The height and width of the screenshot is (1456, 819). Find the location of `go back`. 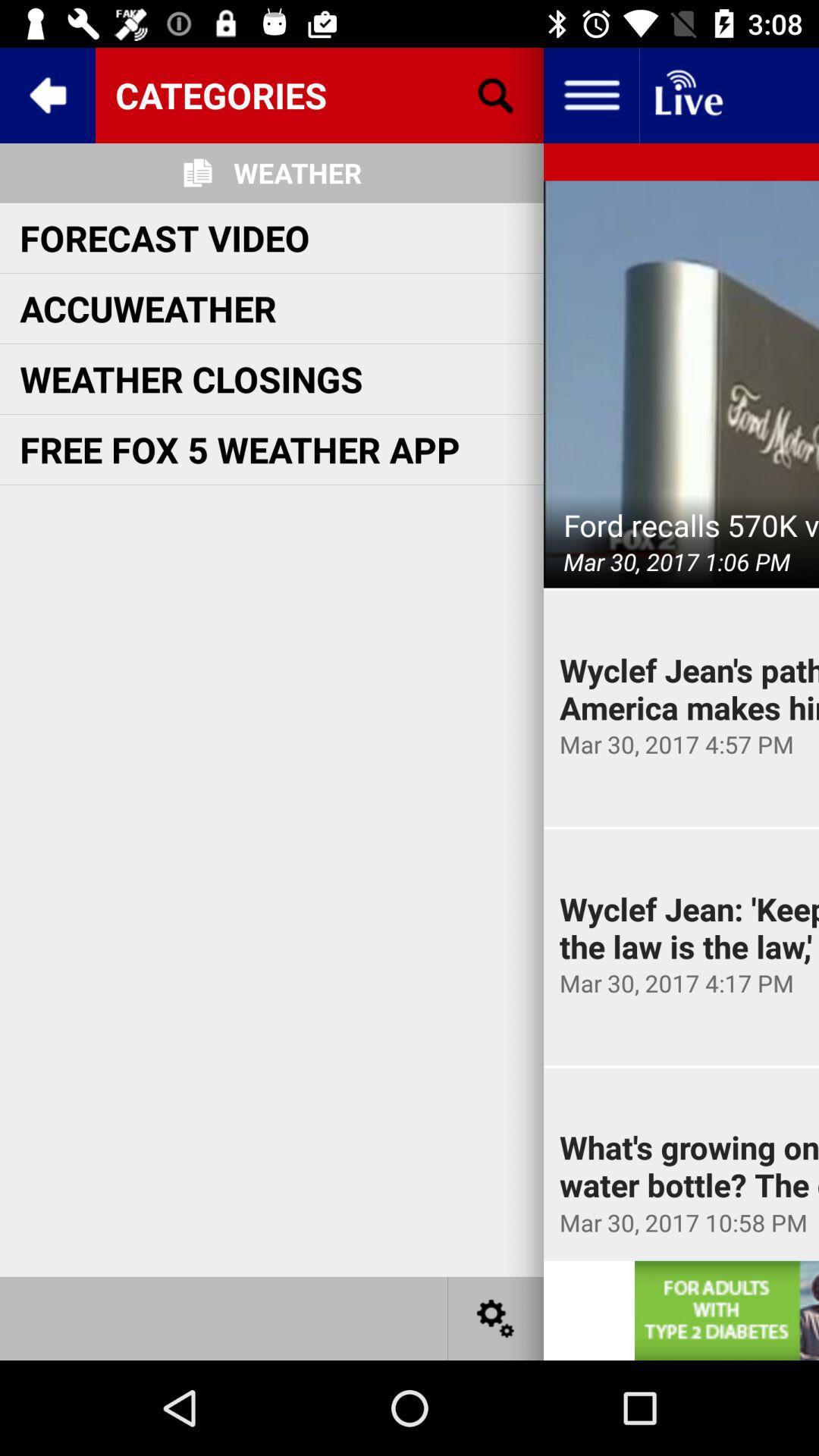

go back is located at coordinates (46, 94).